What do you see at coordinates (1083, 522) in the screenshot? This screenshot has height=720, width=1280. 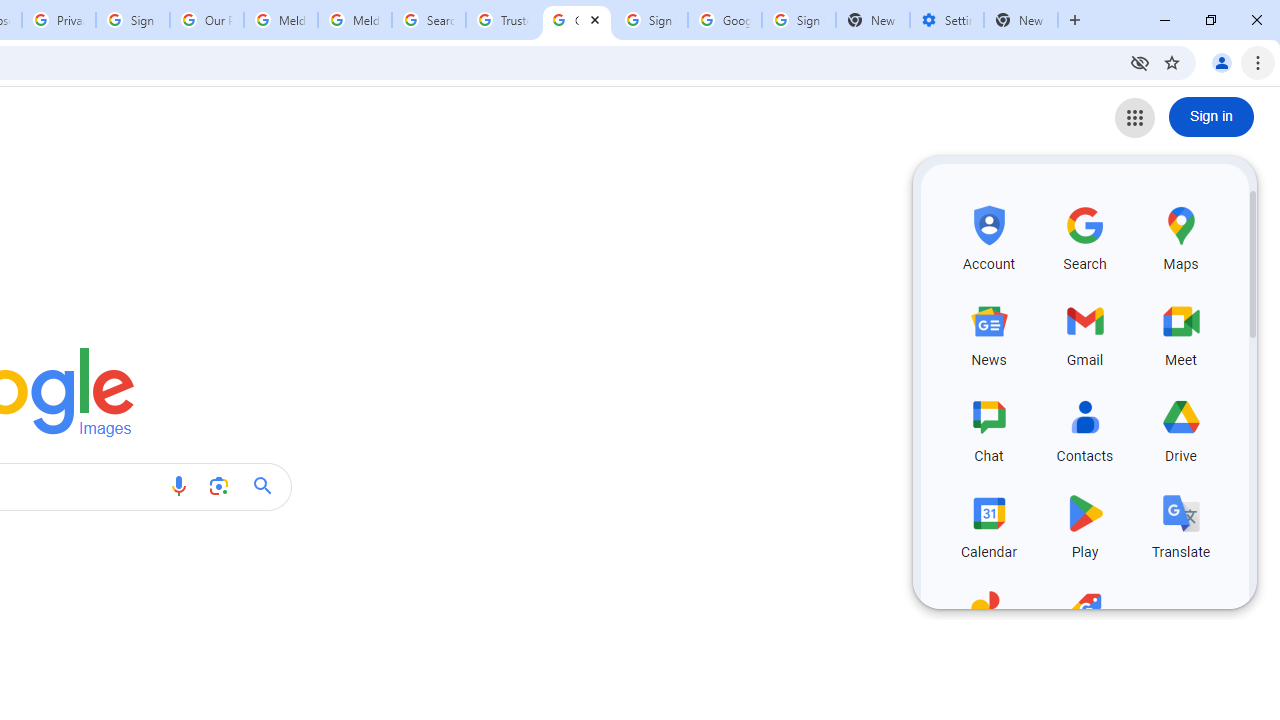 I see `'Play, row 4 of 5 and column 2 of 3 in the first section'` at bounding box center [1083, 522].